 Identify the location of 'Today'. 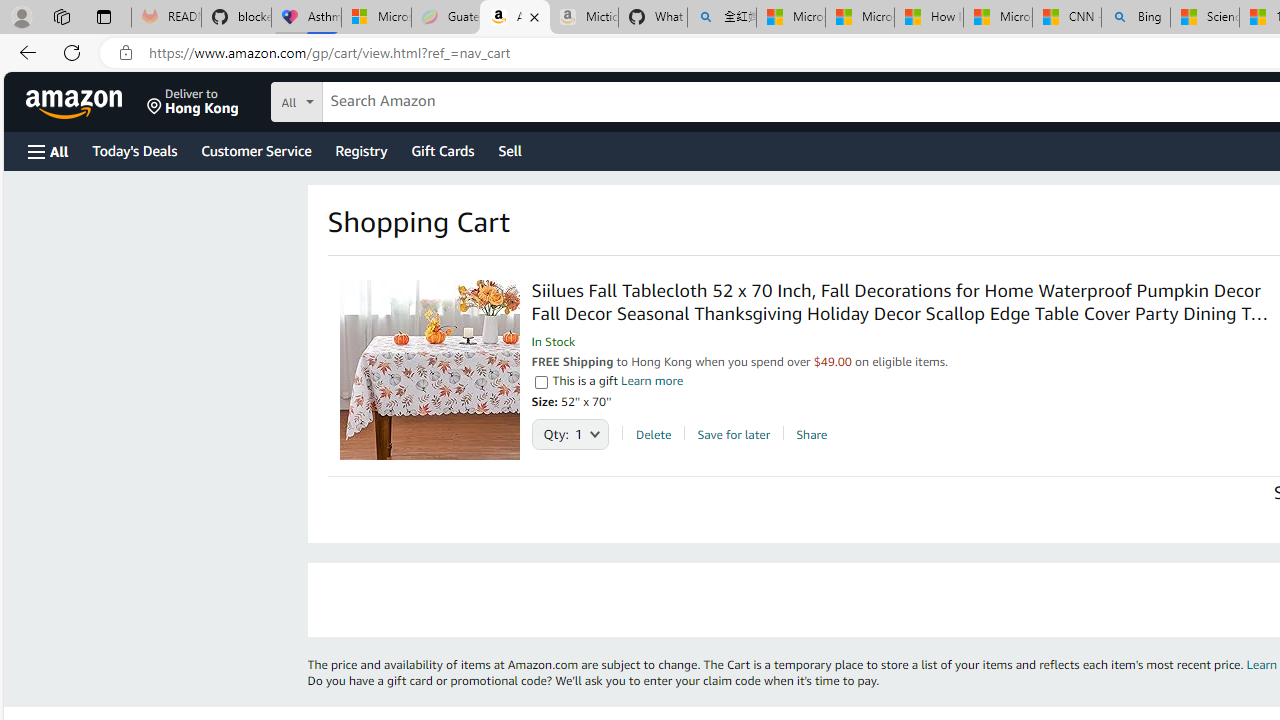
(133, 149).